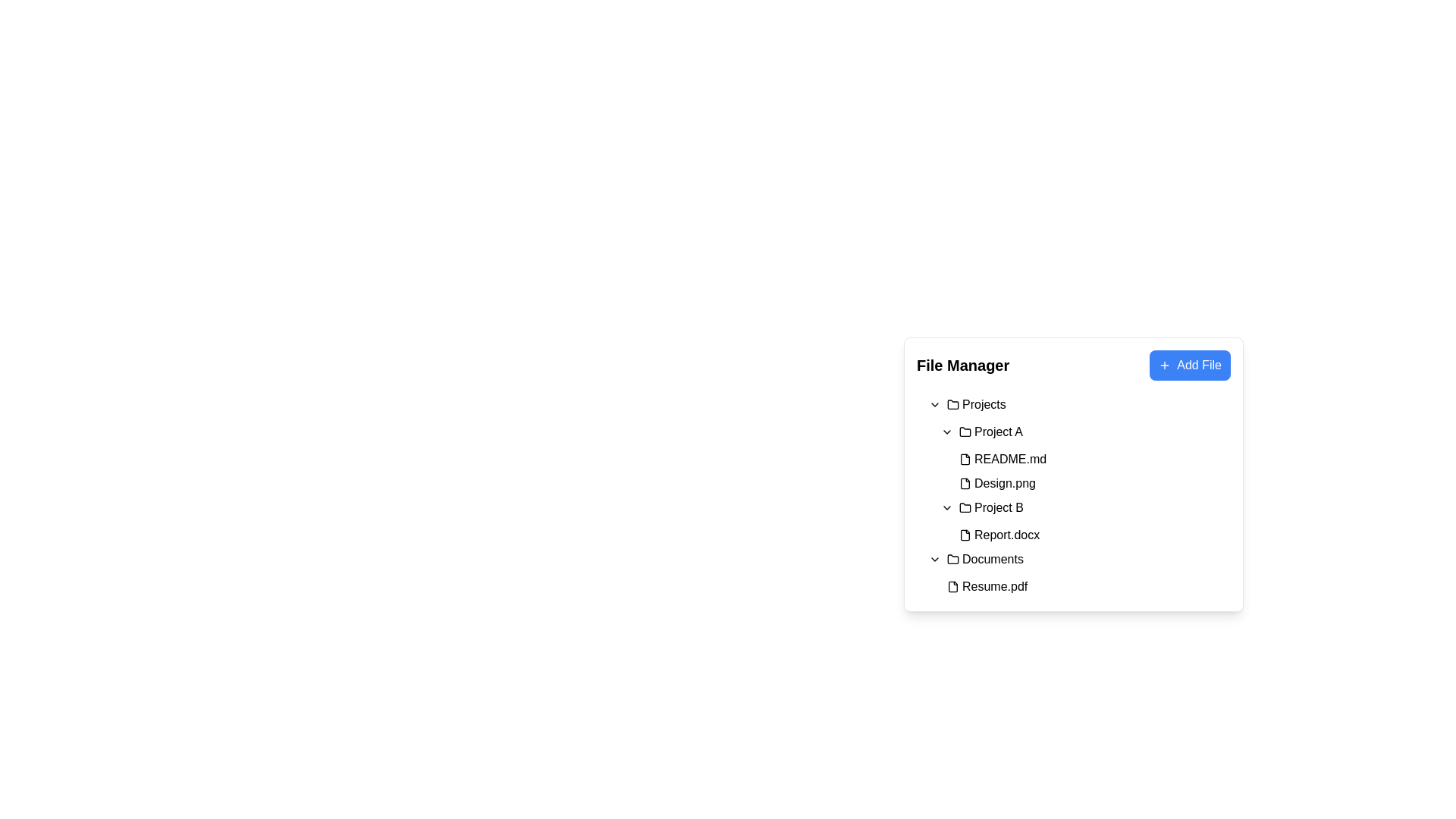  What do you see at coordinates (962, 366) in the screenshot?
I see `text element displaying 'File Manager', which is a bold and large title aligned at the start of its section` at bounding box center [962, 366].